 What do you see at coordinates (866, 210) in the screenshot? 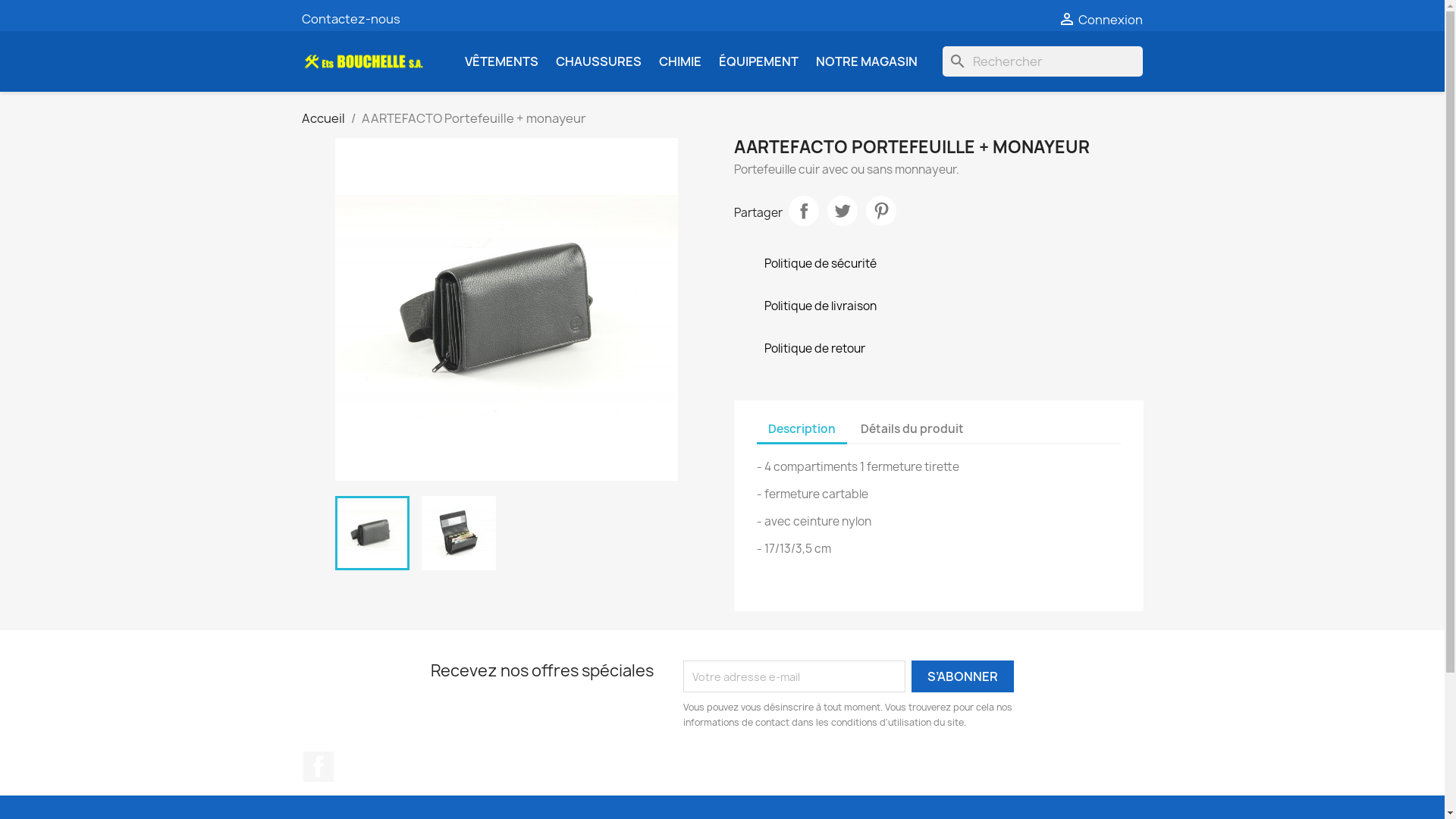
I see `'Pinterest'` at bounding box center [866, 210].